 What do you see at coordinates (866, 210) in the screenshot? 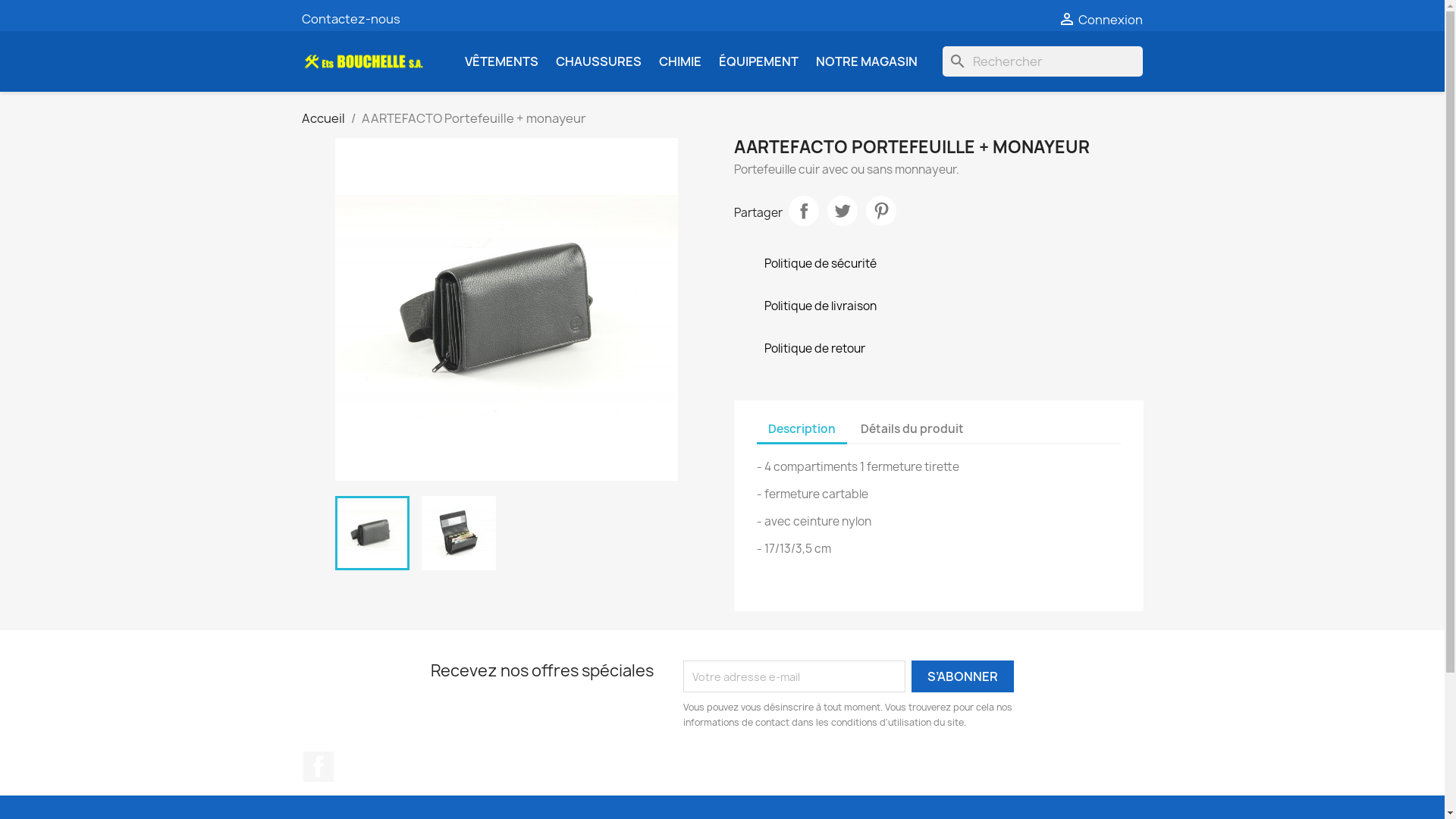
I see `'Pinterest'` at bounding box center [866, 210].